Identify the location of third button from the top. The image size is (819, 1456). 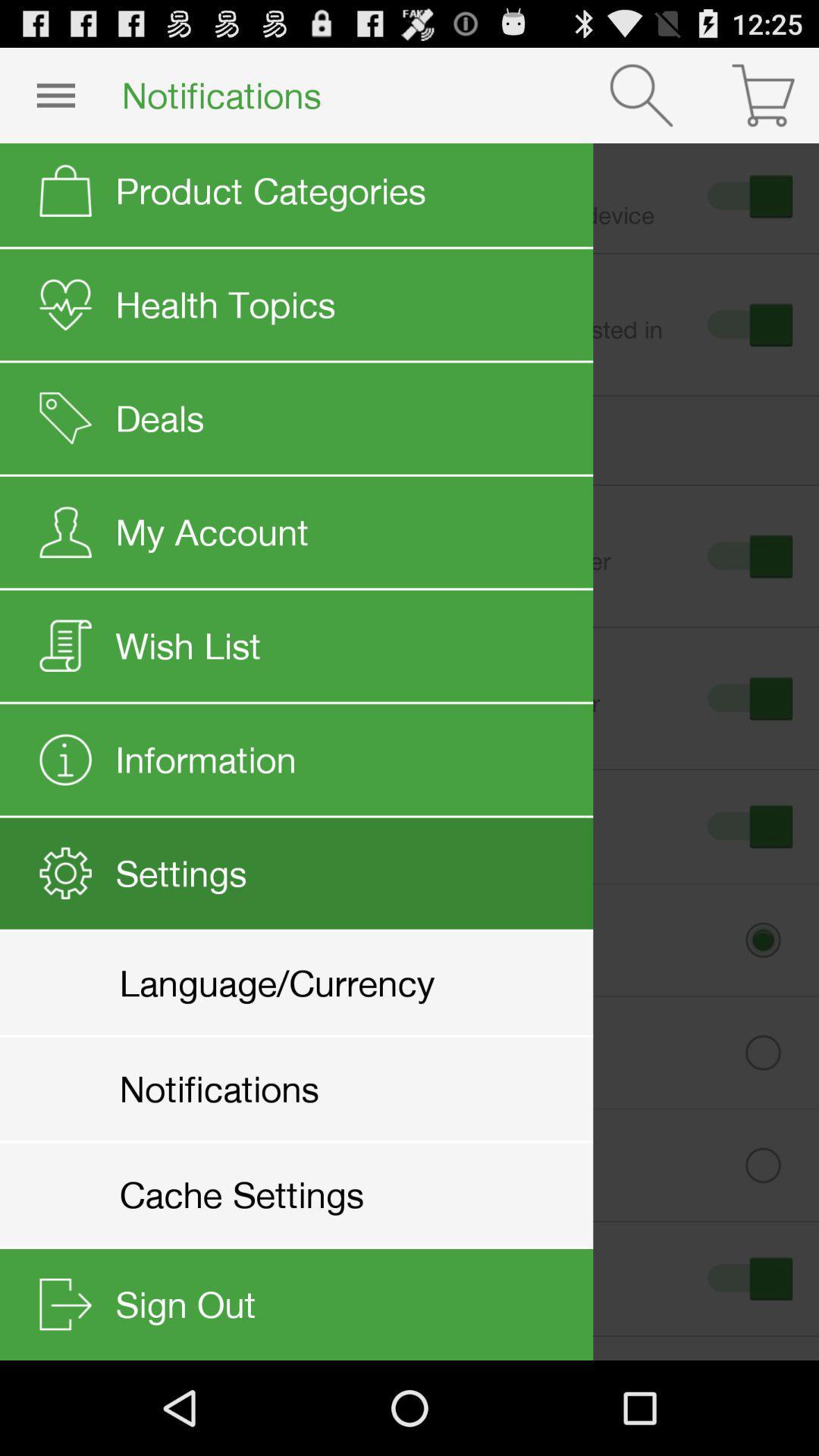
(747, 555).